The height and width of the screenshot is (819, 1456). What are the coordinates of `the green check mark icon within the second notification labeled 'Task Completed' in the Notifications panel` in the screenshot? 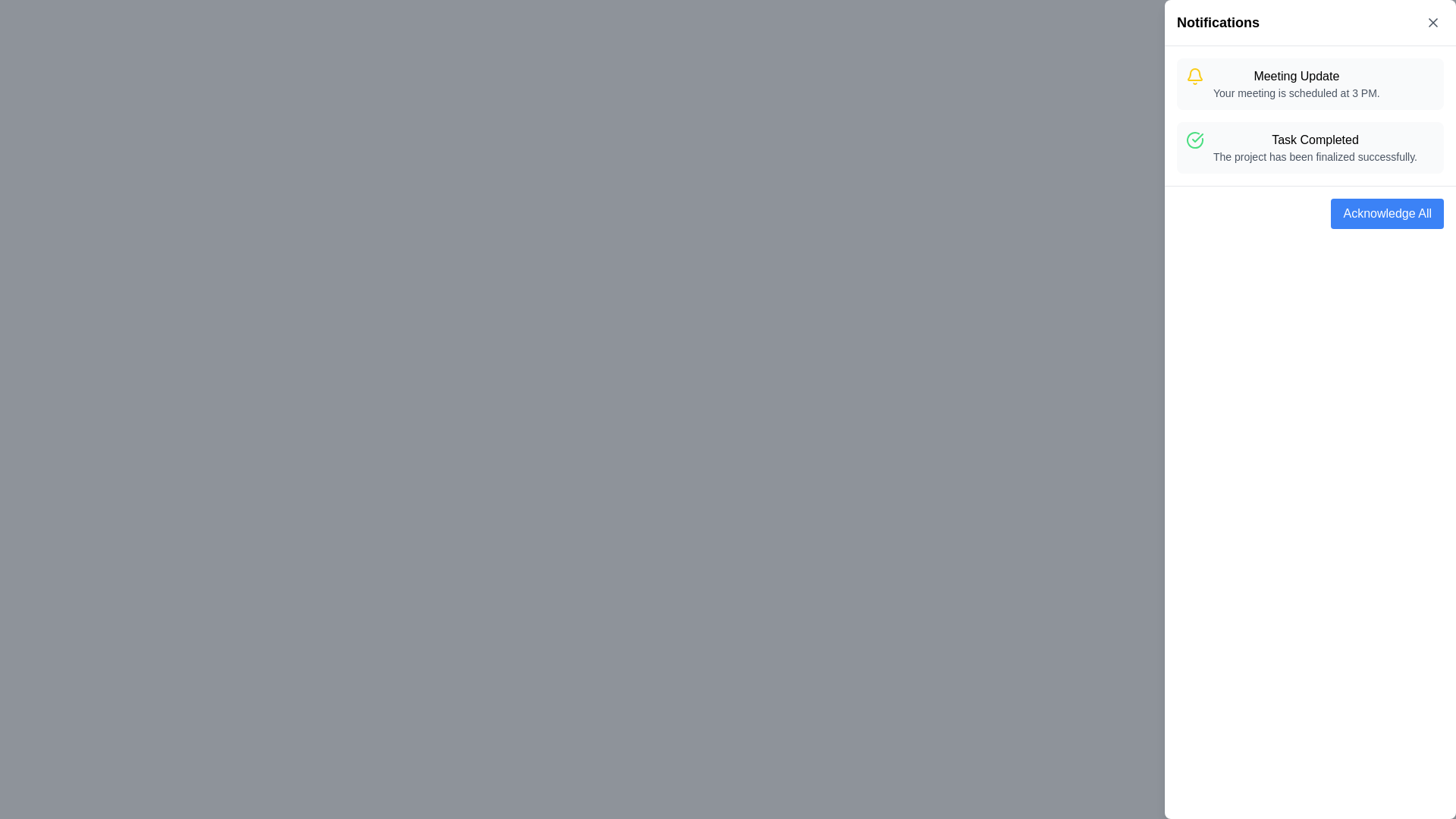 It's located at (1197, 137).